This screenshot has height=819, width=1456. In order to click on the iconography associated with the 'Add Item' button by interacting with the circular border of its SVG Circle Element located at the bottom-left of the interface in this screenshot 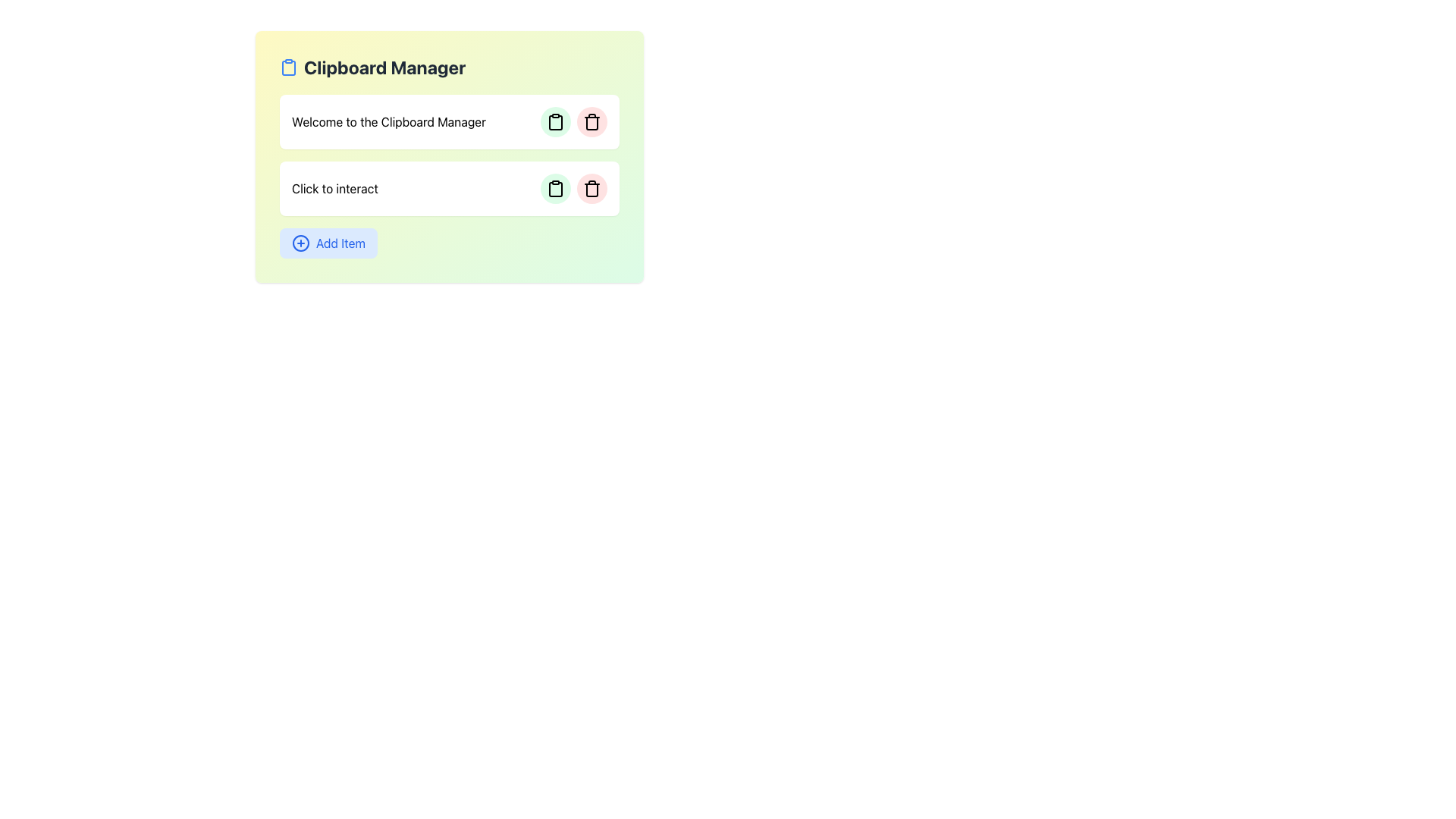, I will do `click(301, 242)`.